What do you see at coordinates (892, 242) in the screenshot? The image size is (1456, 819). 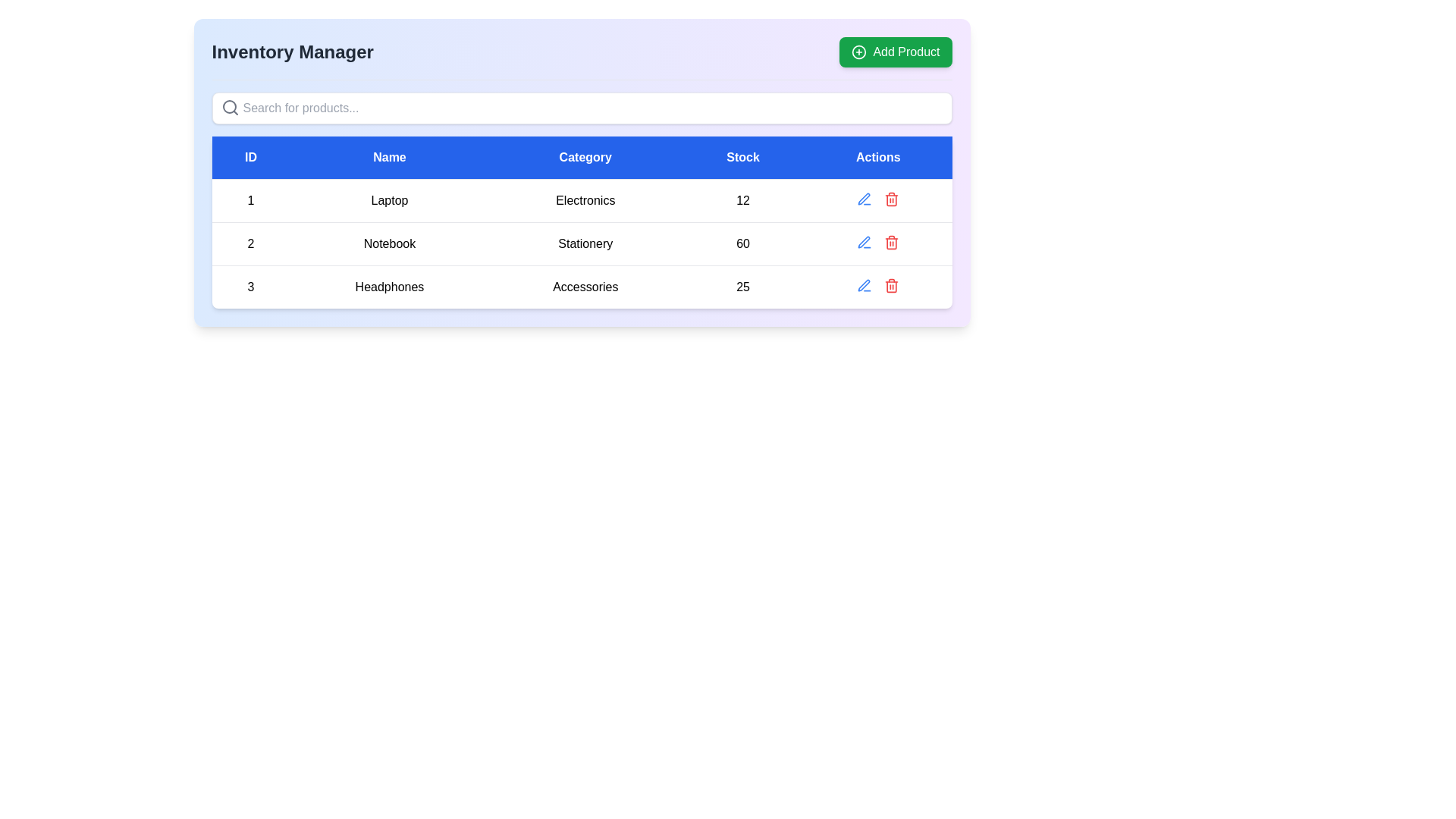 I see `the red trash can icon button located as the second icon in the 'Actions' column of the second row` at bounding box center [892, 242].